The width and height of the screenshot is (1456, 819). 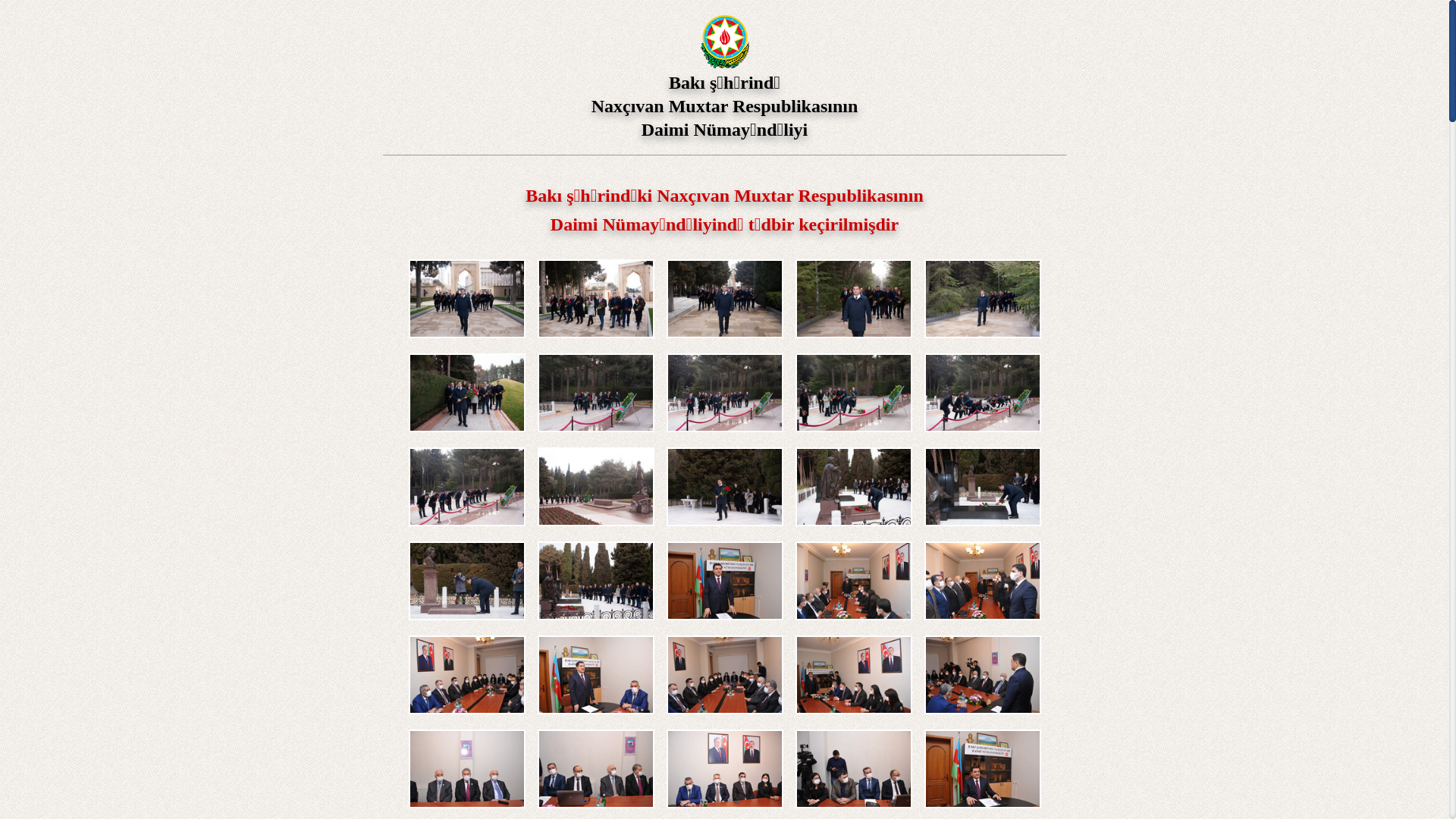 What do you see at coordinates (465, 580) in the screenshot?
I see `'Click to enlarge'` at bounding box center [465, 580].